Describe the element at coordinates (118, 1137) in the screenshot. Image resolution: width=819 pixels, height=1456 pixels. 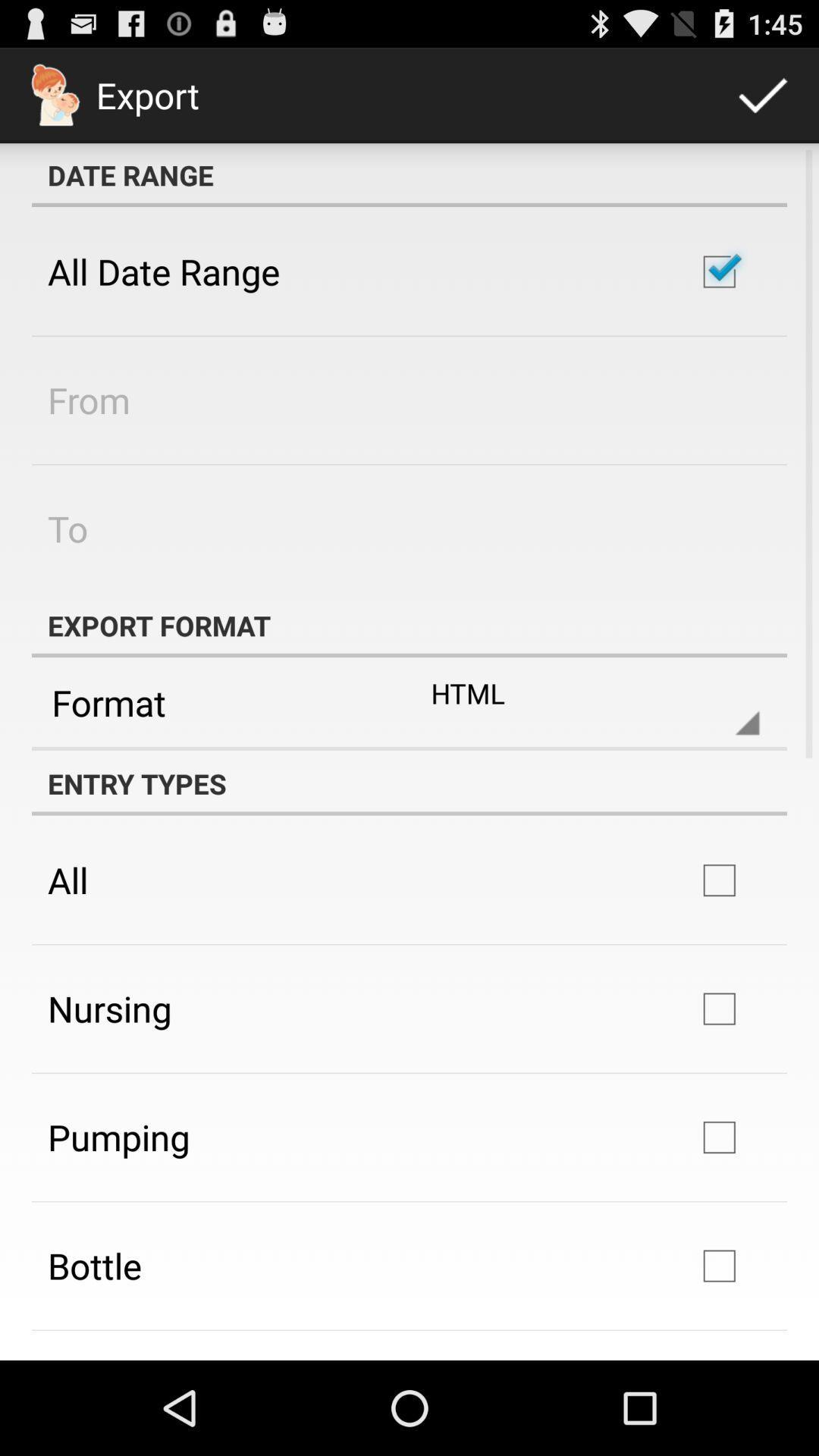
I see `pumping` at that location.